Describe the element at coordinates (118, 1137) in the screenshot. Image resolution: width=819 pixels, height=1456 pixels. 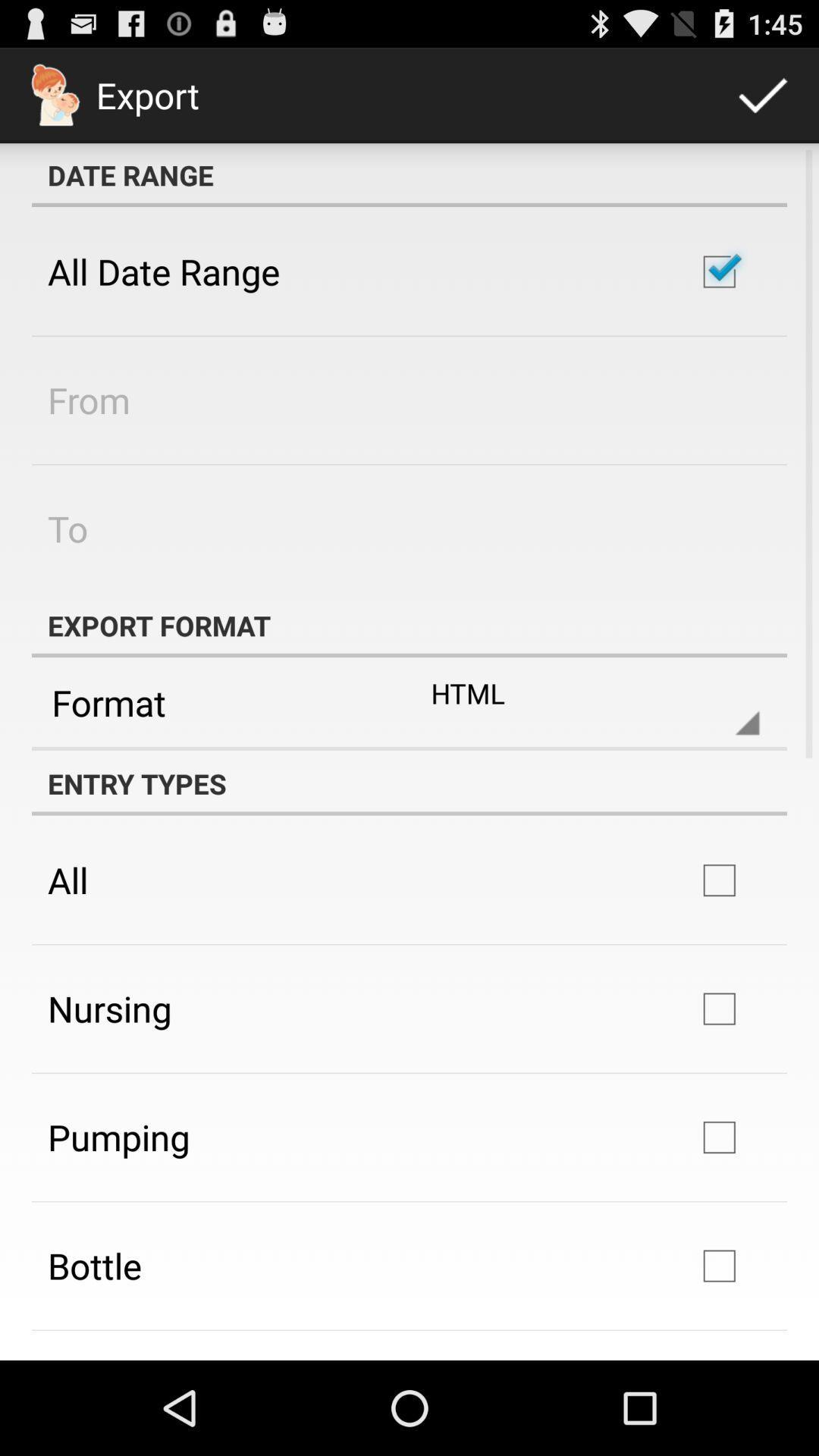
I see `pumping` at that location.